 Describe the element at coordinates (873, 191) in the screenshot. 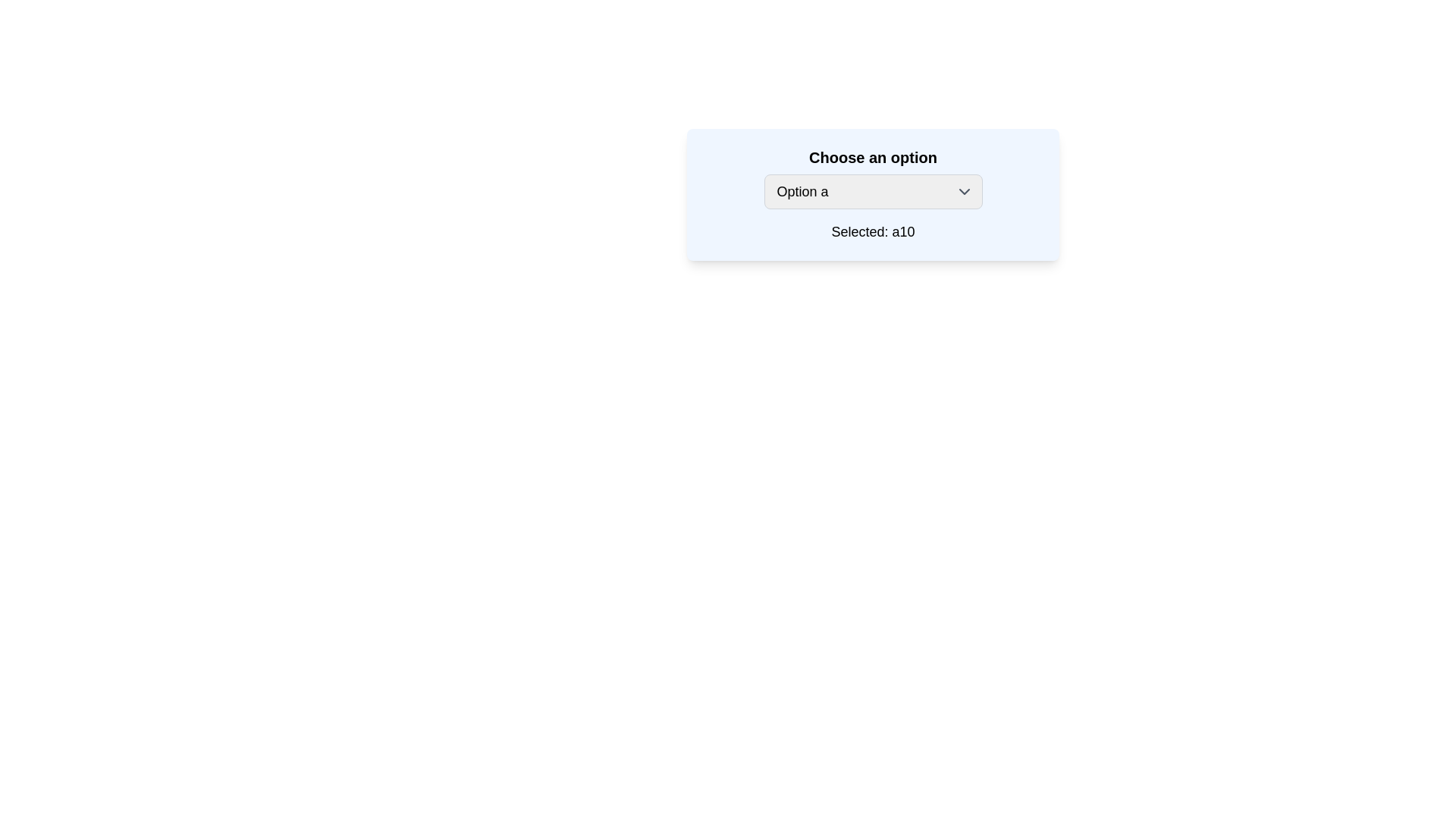

I see `the dropdown menu located beneath the 'Choose an option' title` at that location.